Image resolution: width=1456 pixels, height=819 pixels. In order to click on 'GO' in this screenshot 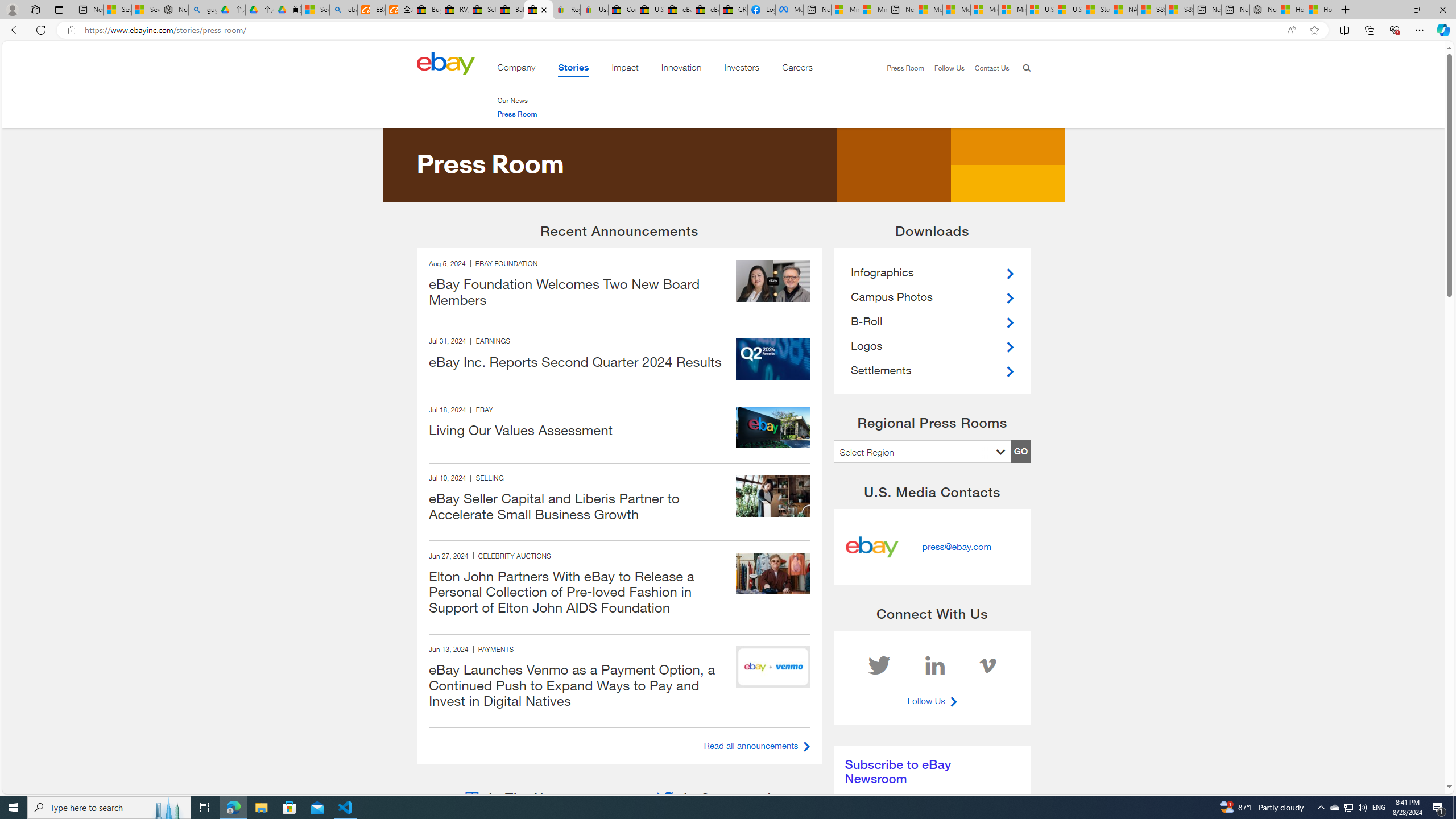, I will do `click(1020, 450)`.